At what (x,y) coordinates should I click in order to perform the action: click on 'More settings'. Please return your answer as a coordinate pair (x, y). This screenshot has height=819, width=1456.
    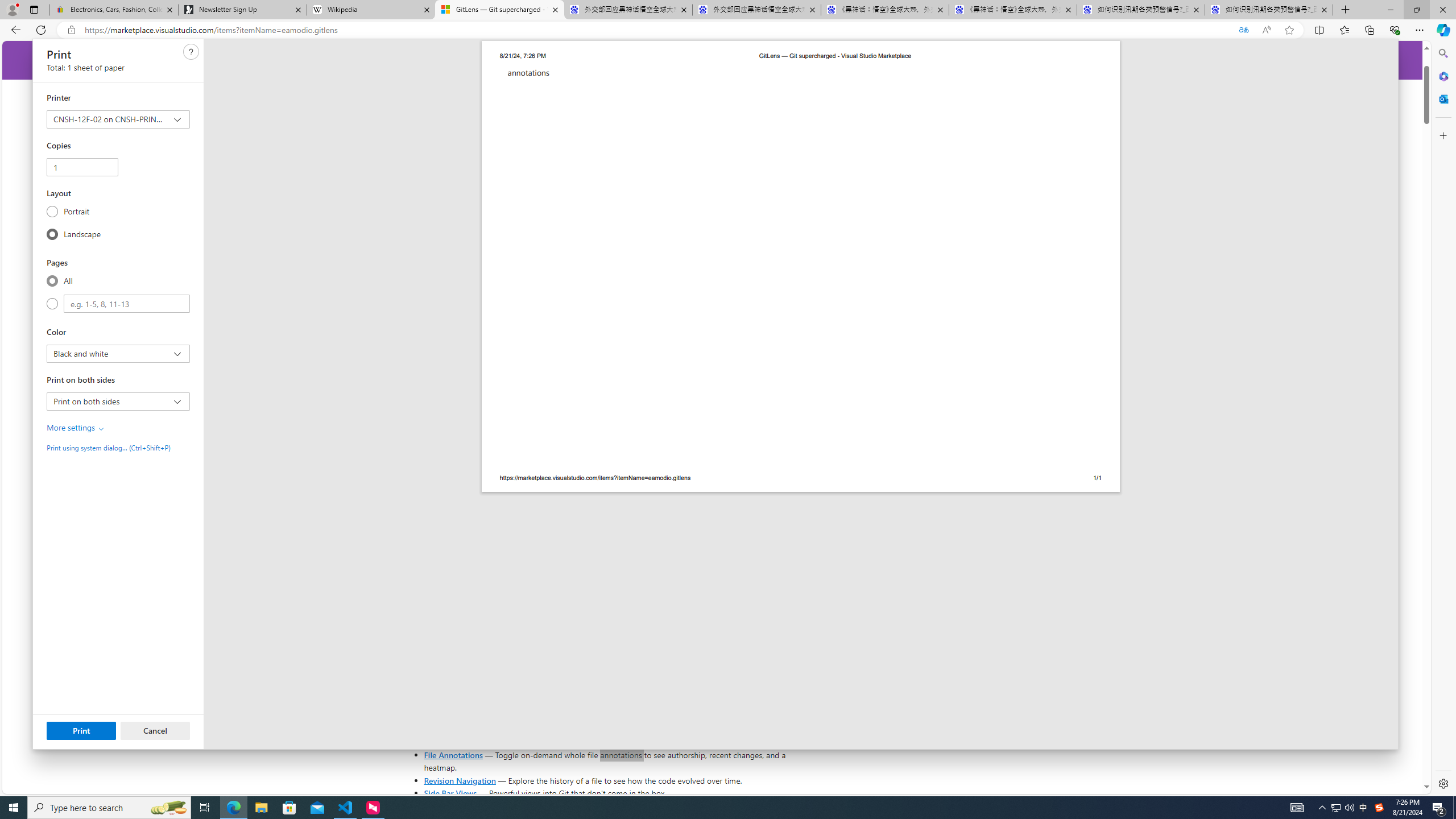
    Looking at the image, I should click on (76, 427).